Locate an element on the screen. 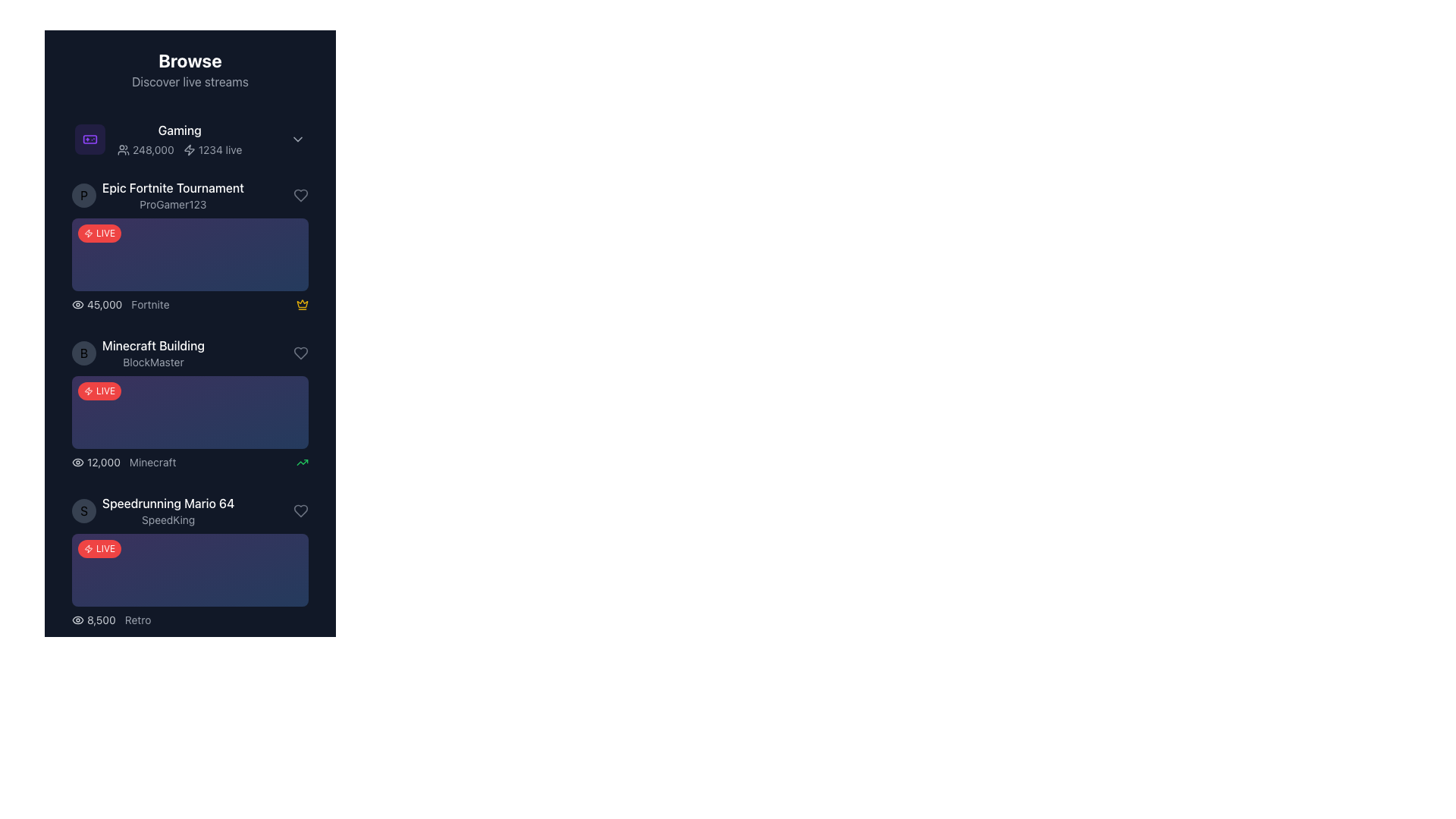 The width and height of the screenshot is (1456, 819). the heart-shaped interactive icon located to the far right of the row for 'Epic Fortnite Tournament' and 'ProGamer123' is located at coordinates (301, 195).